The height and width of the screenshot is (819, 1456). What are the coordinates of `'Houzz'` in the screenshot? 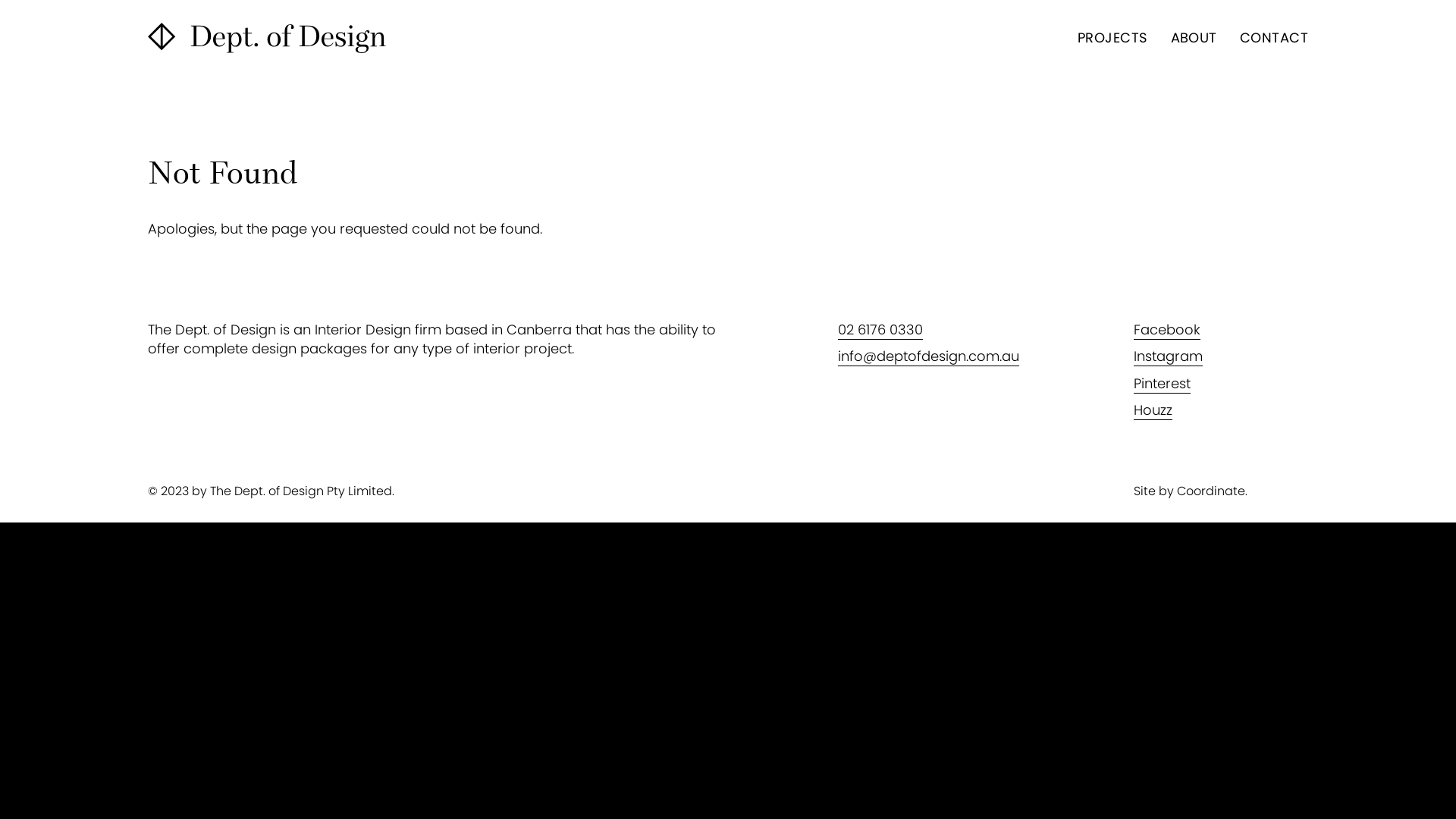 It's located at (1153, 409).